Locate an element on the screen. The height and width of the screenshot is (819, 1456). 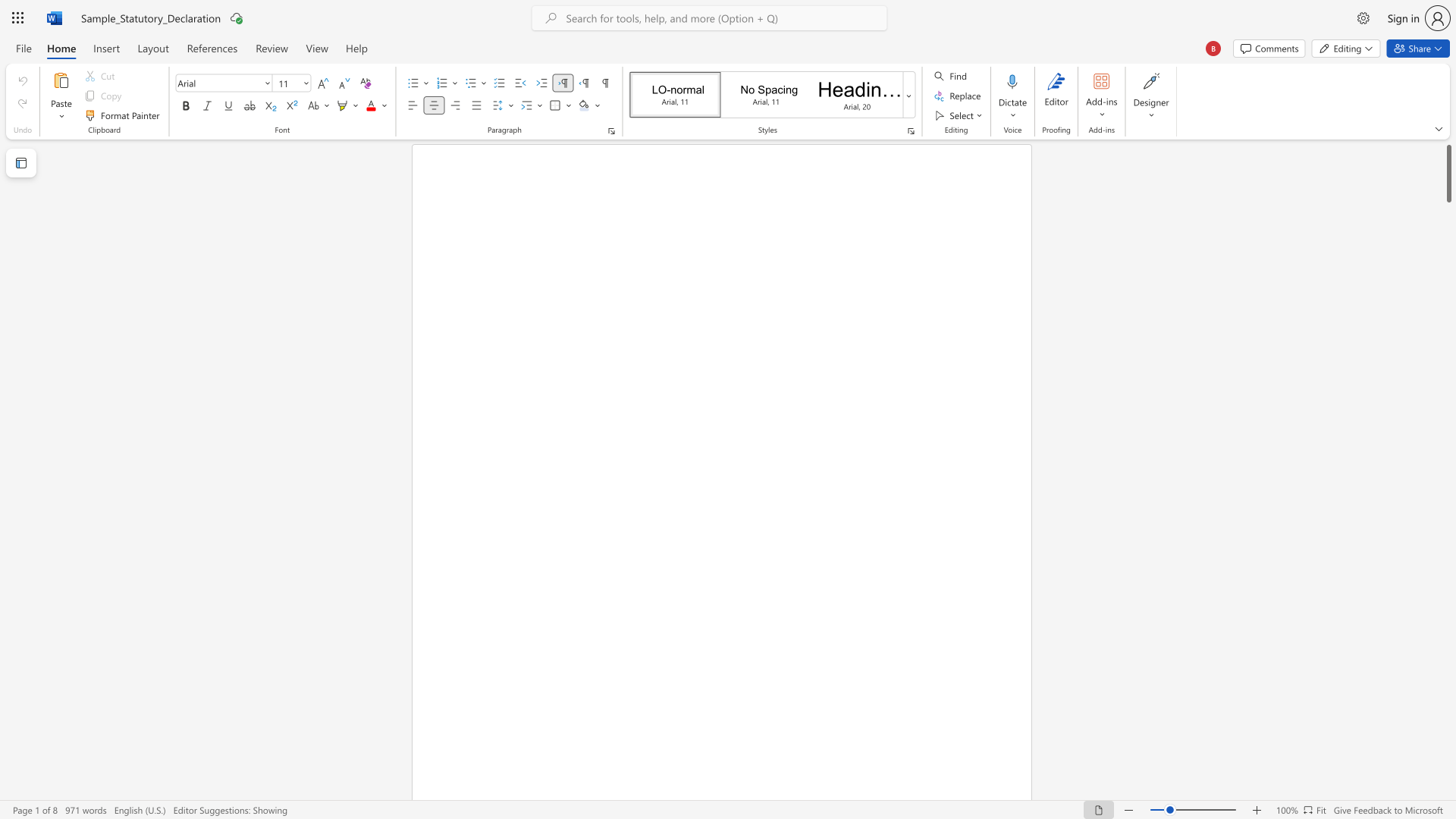
the scrollbar and move up 10 pixels is located at coordinates (1448, 173).